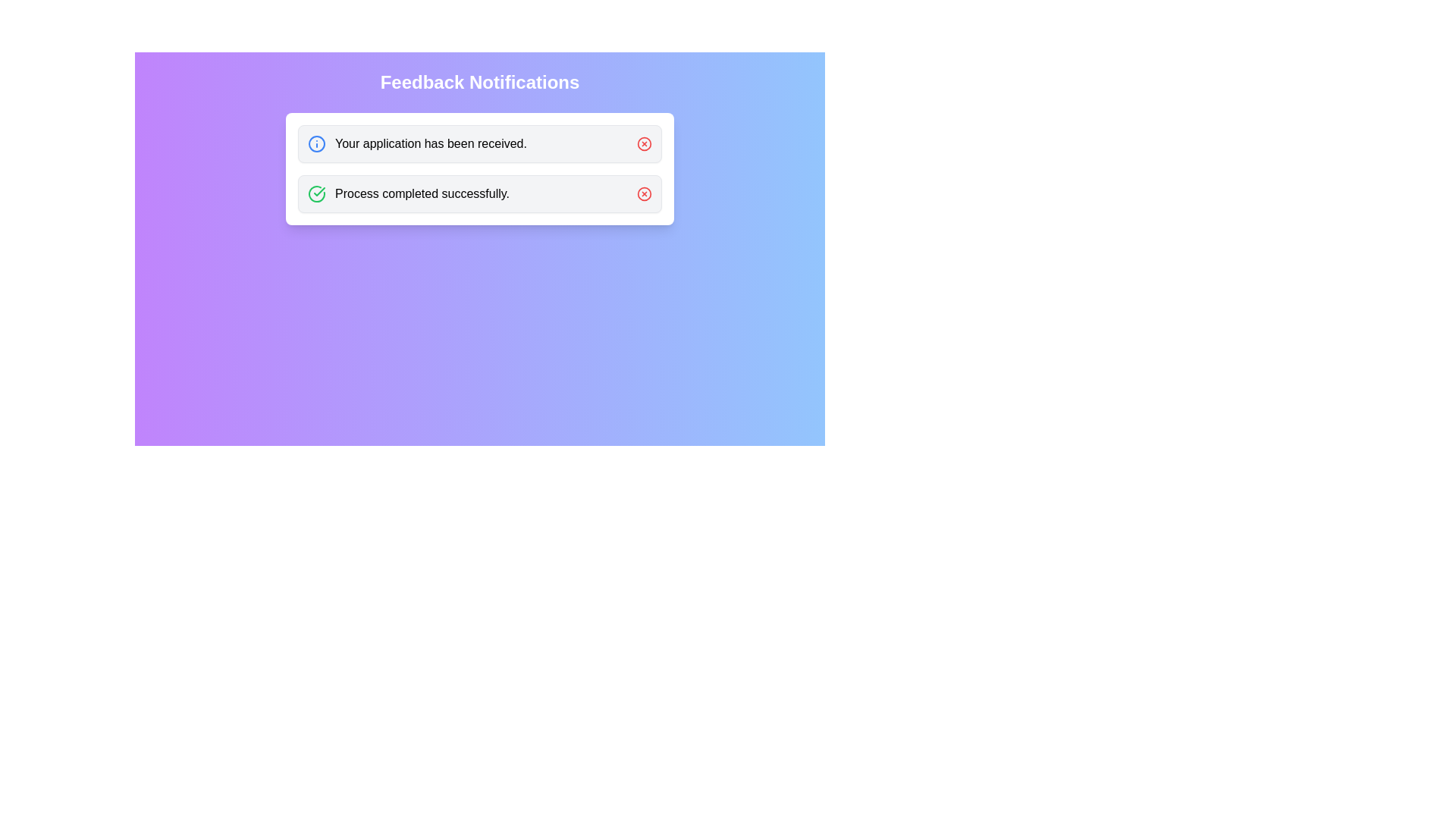 The image size is (1456, 819). What do you see at coordinates (315, 193) in the screenshot?
I see `the circular icon with a green checkmark inside, located to the left of the text 'Process completed successfully.' in the second notification entry under 'Feedback Notifications'` at bounding box center [315, 193].